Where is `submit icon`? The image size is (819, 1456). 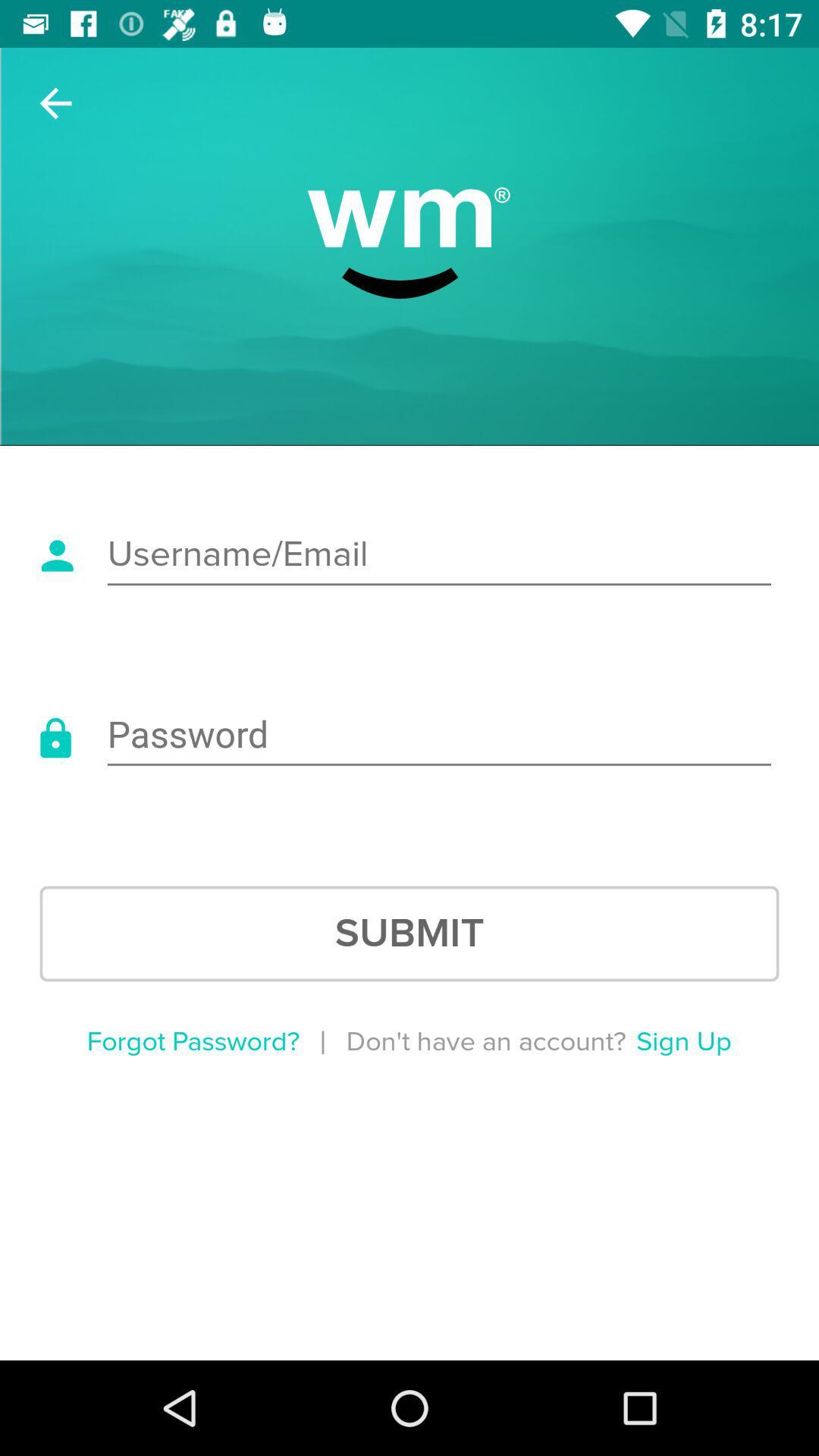
submit icon is located at coordinates (409, 933).